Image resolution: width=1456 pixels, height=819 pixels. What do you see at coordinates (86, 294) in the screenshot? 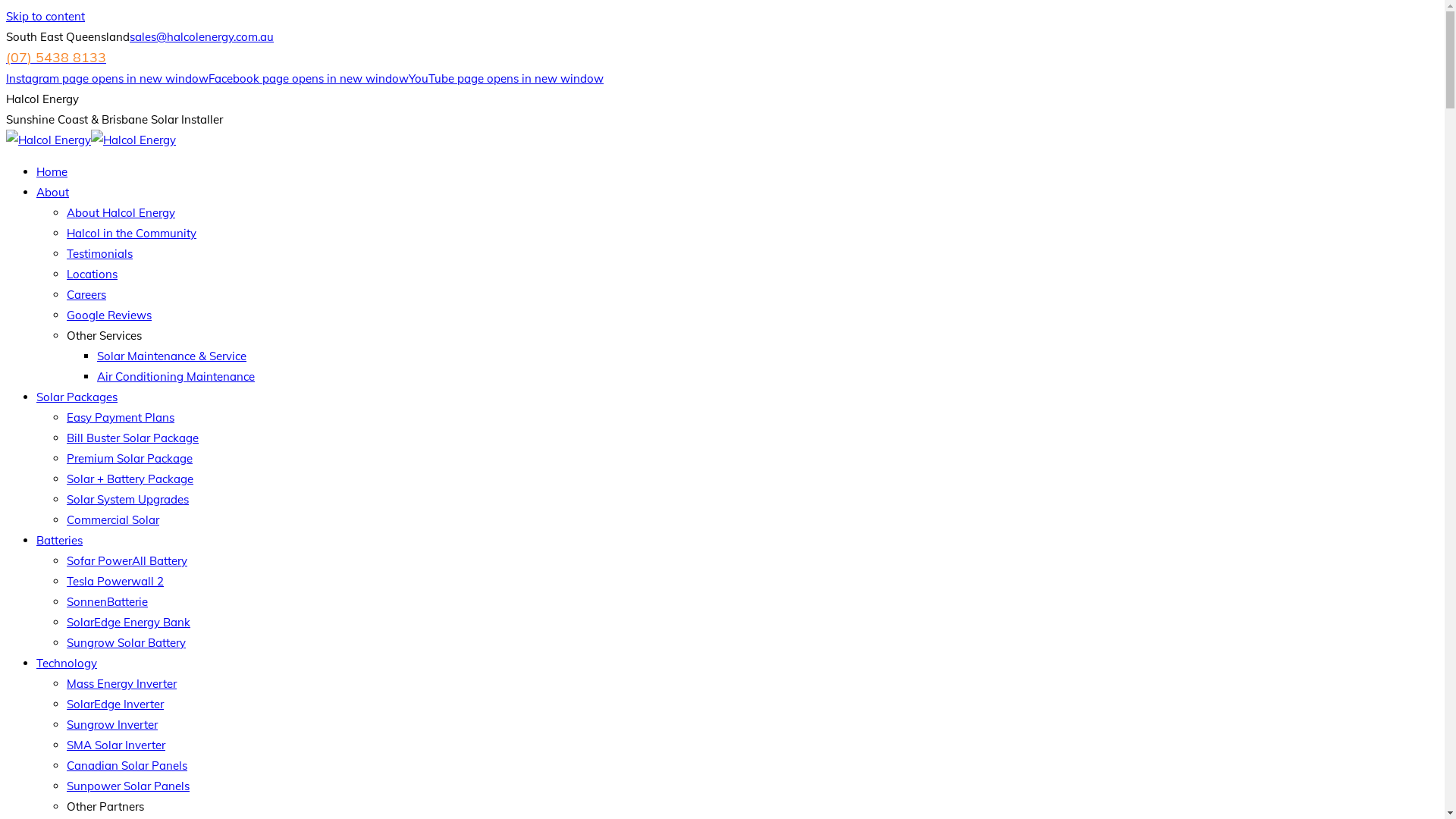
I see `'Careers'` at bounding box center [86, 294].